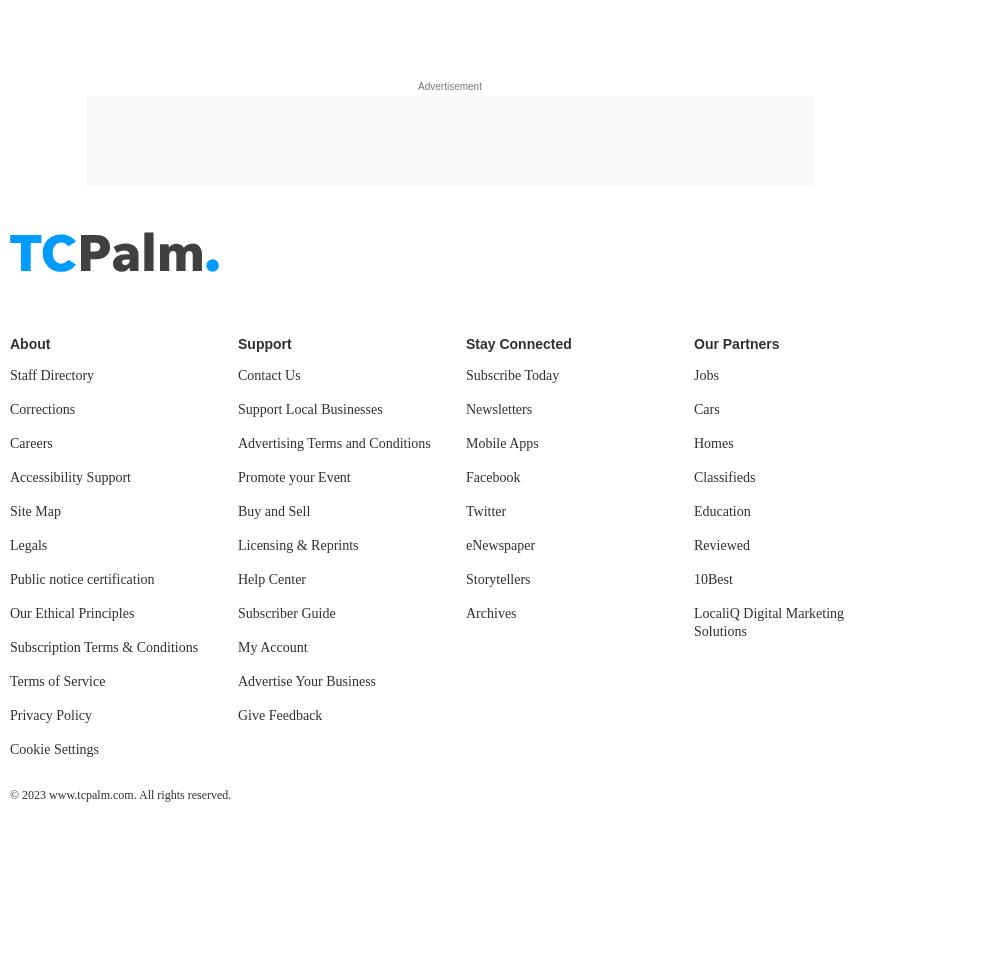  I want to click on 'Subscription Terms & Conditions', so click(103, 86).